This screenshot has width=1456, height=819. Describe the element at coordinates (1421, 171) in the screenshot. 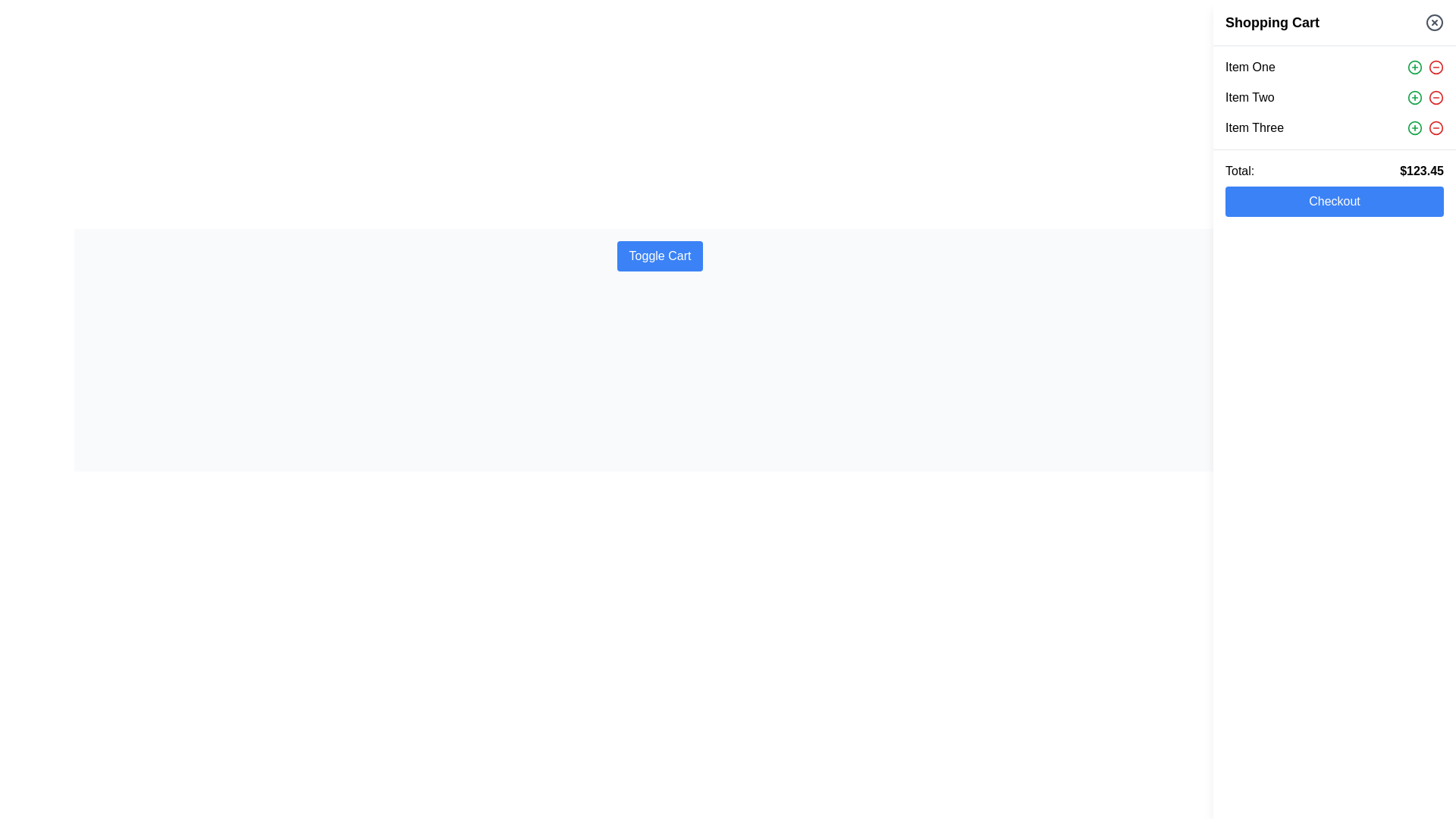

I see `the static text displaying the total amount of items in the shopping cart, located on the 'Total:' line, positioned above the 'Checkout' button` at that location.